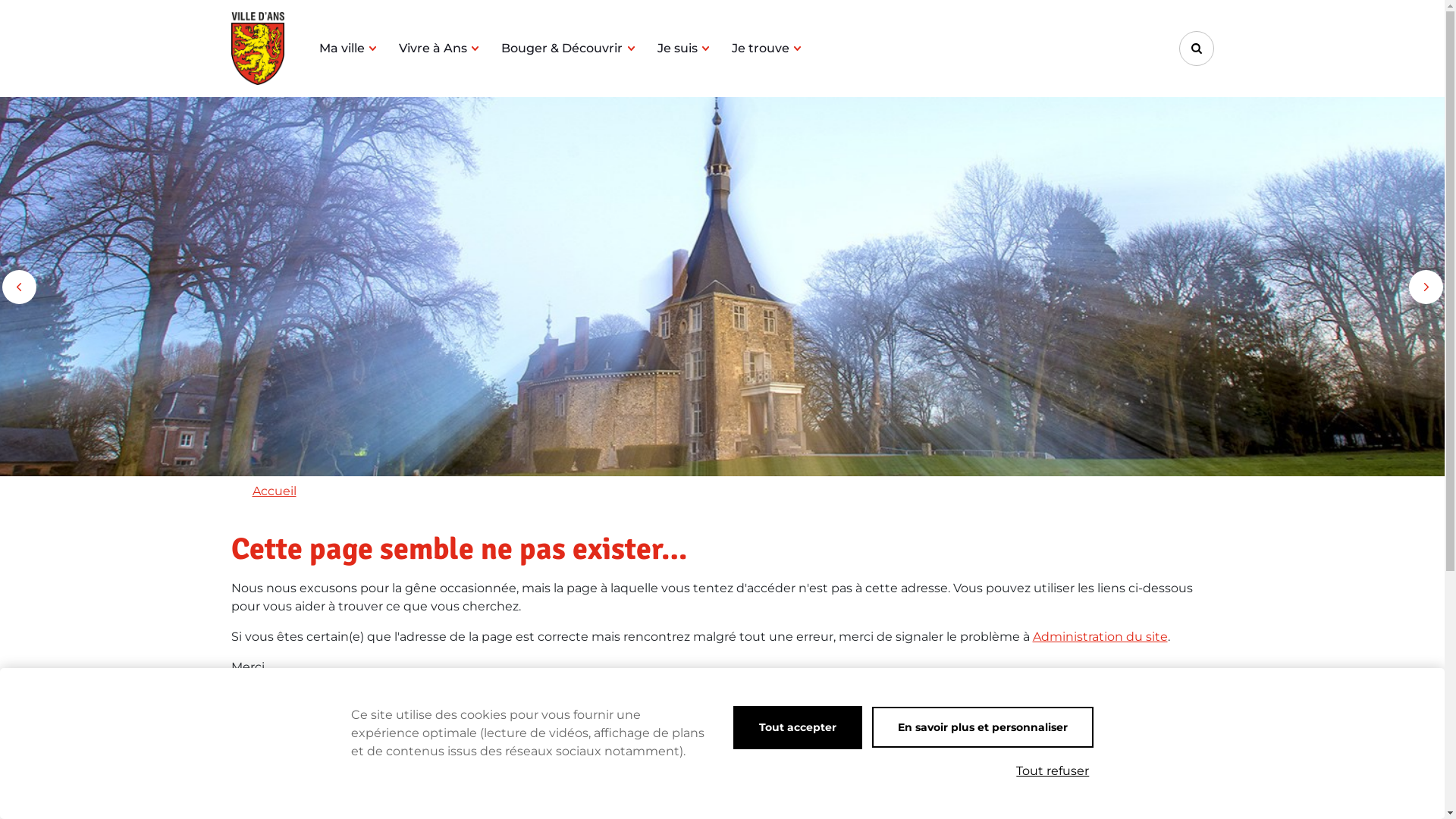 This screenshot has height=819, width=1456. I want to click on 'Administration du site', so click(1032, 636).